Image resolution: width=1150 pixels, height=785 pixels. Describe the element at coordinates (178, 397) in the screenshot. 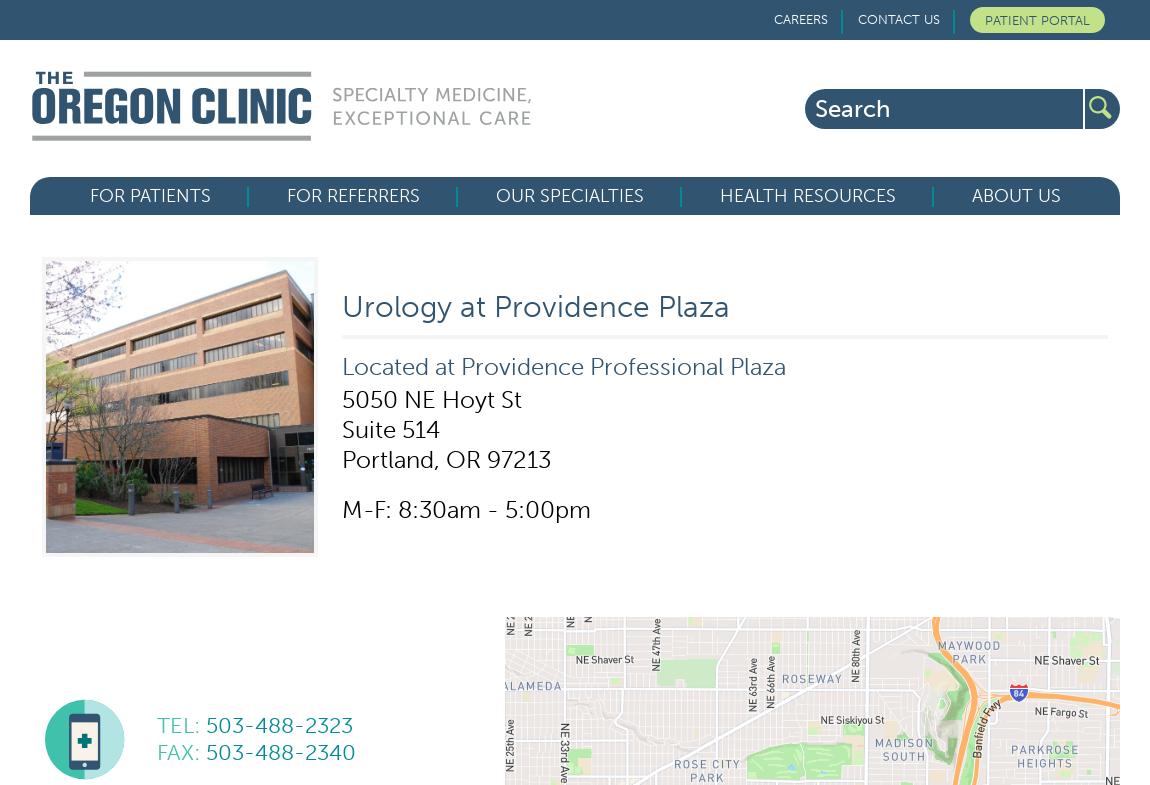

I see `'Insurance Information'` at that location.